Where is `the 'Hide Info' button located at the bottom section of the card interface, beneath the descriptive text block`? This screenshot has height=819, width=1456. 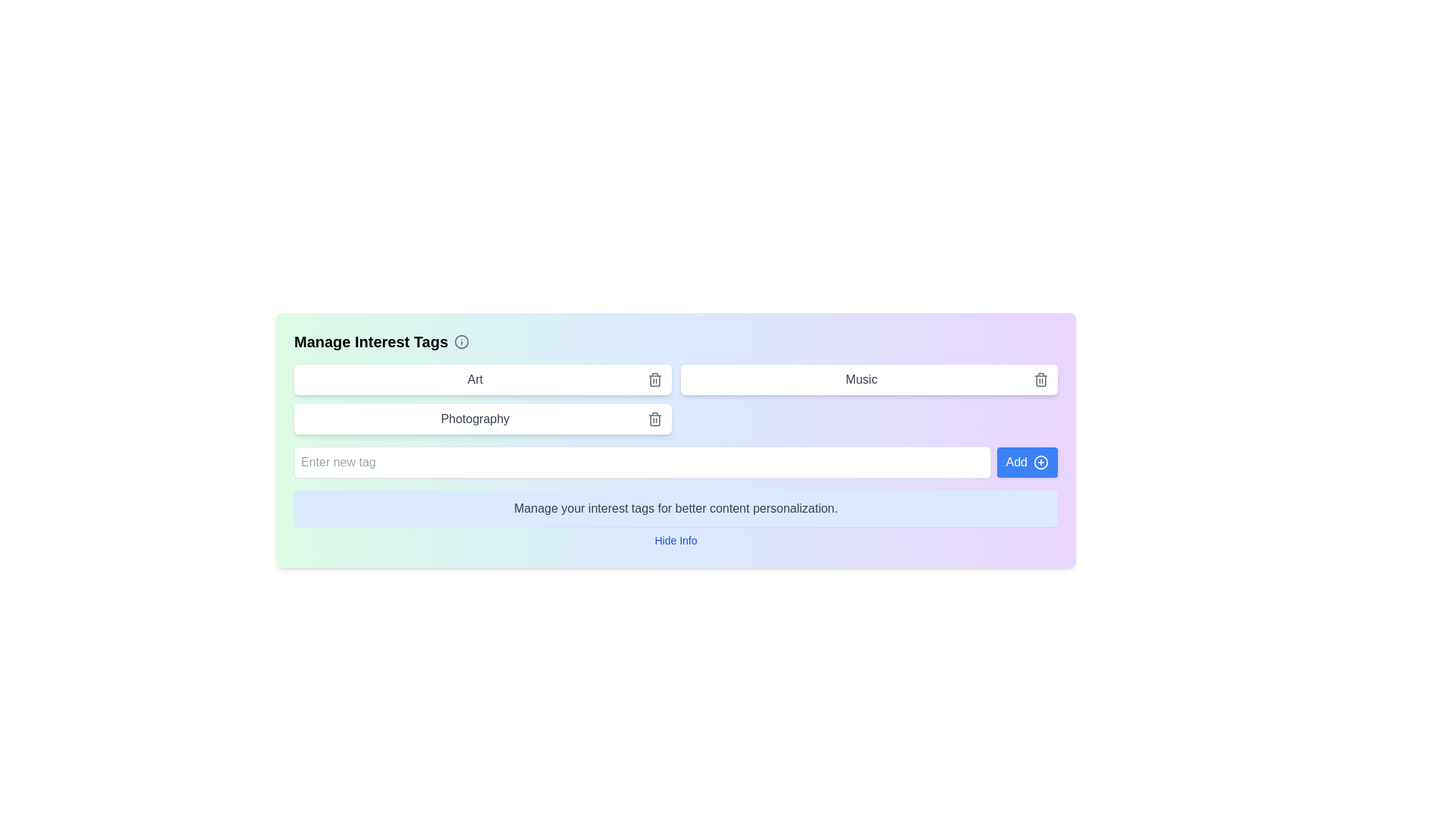 the 'Hide Info' button located at the bottom section of the card interface, beneath the descriptive text block is located at coordinates (675, 540).